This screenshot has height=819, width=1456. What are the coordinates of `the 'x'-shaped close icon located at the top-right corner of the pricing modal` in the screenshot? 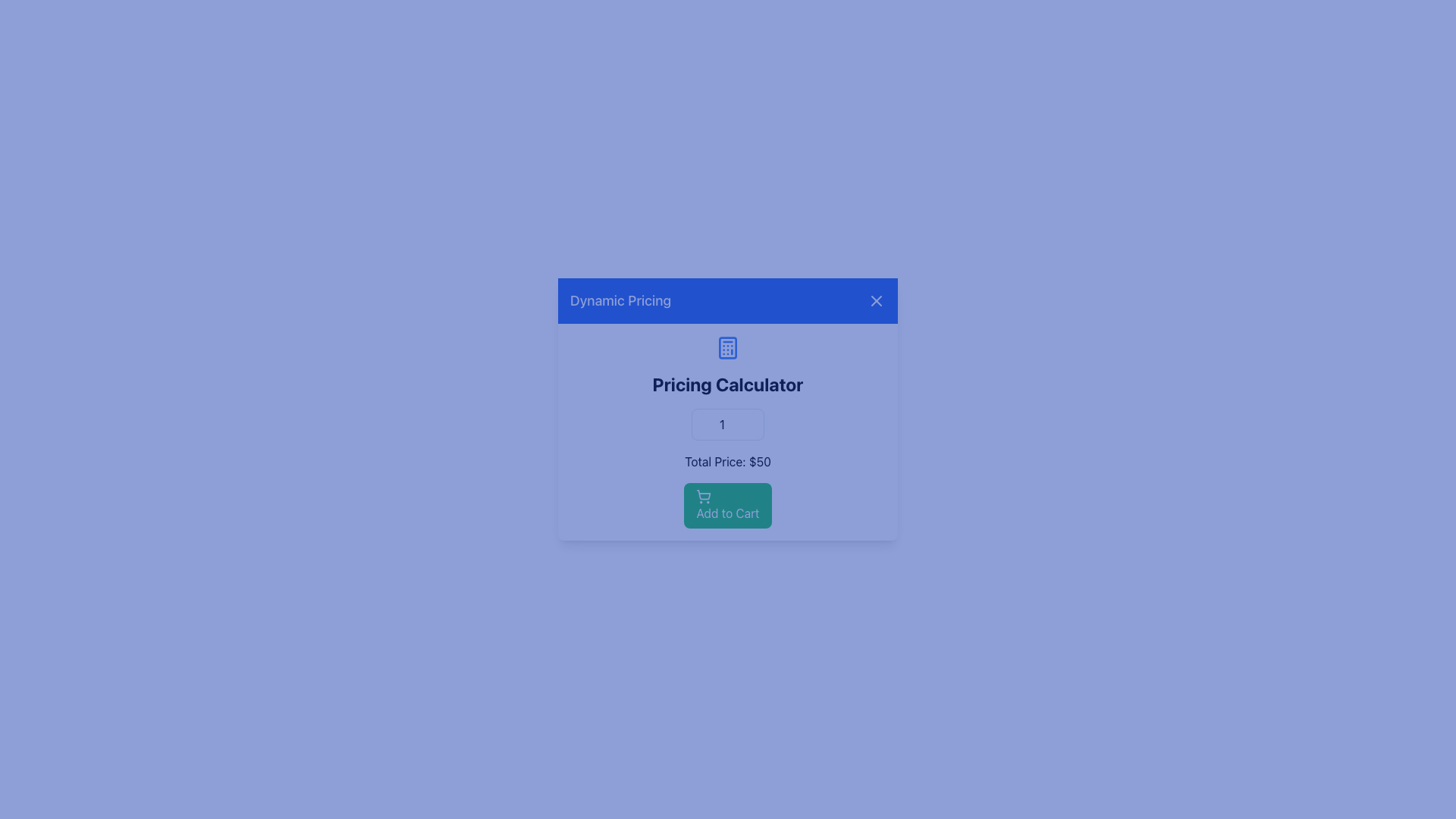 It's located at (877, 301).